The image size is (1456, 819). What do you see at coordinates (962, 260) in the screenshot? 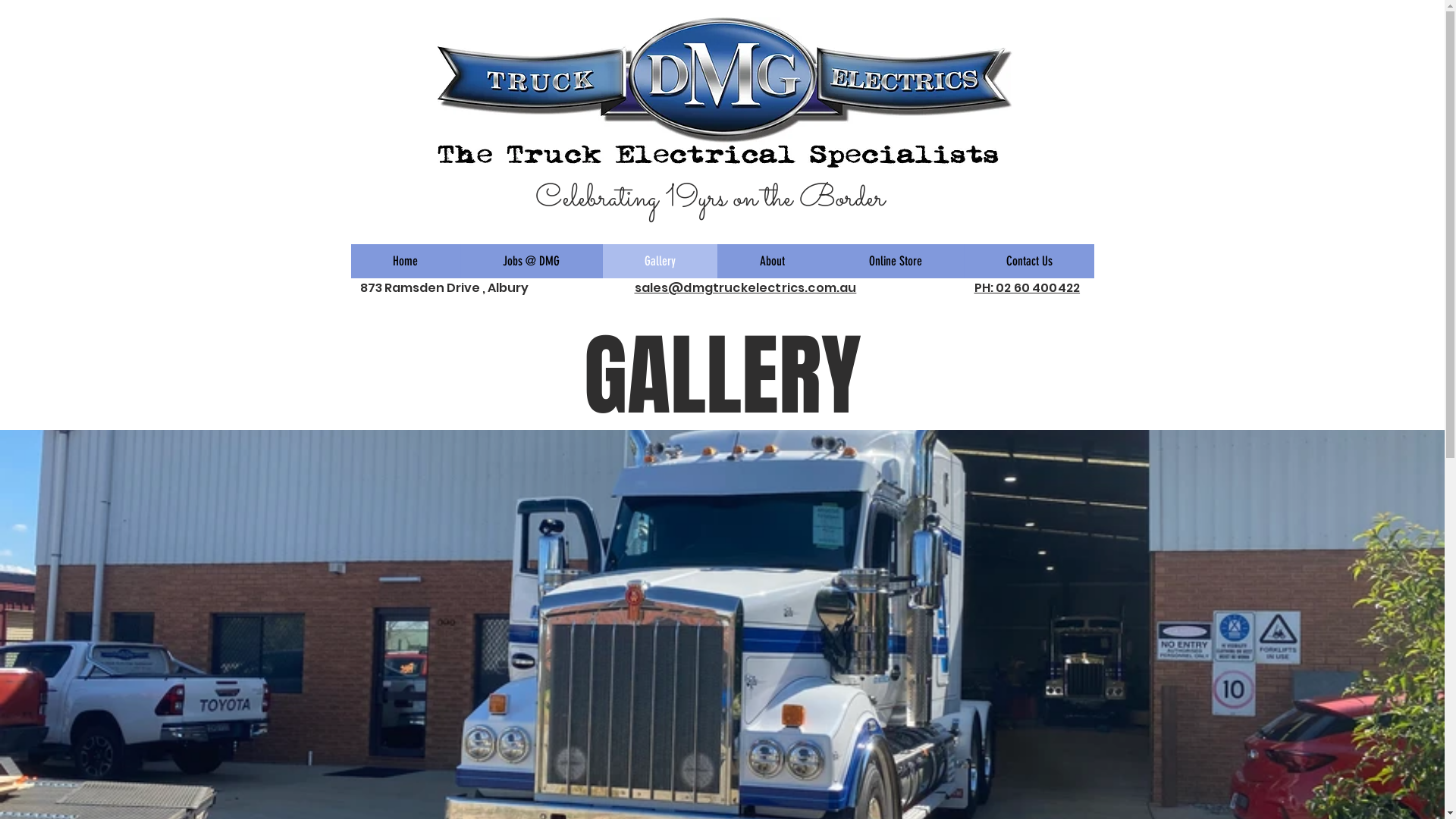
I see `'Contact Us'` at bounding box center [962, 260].